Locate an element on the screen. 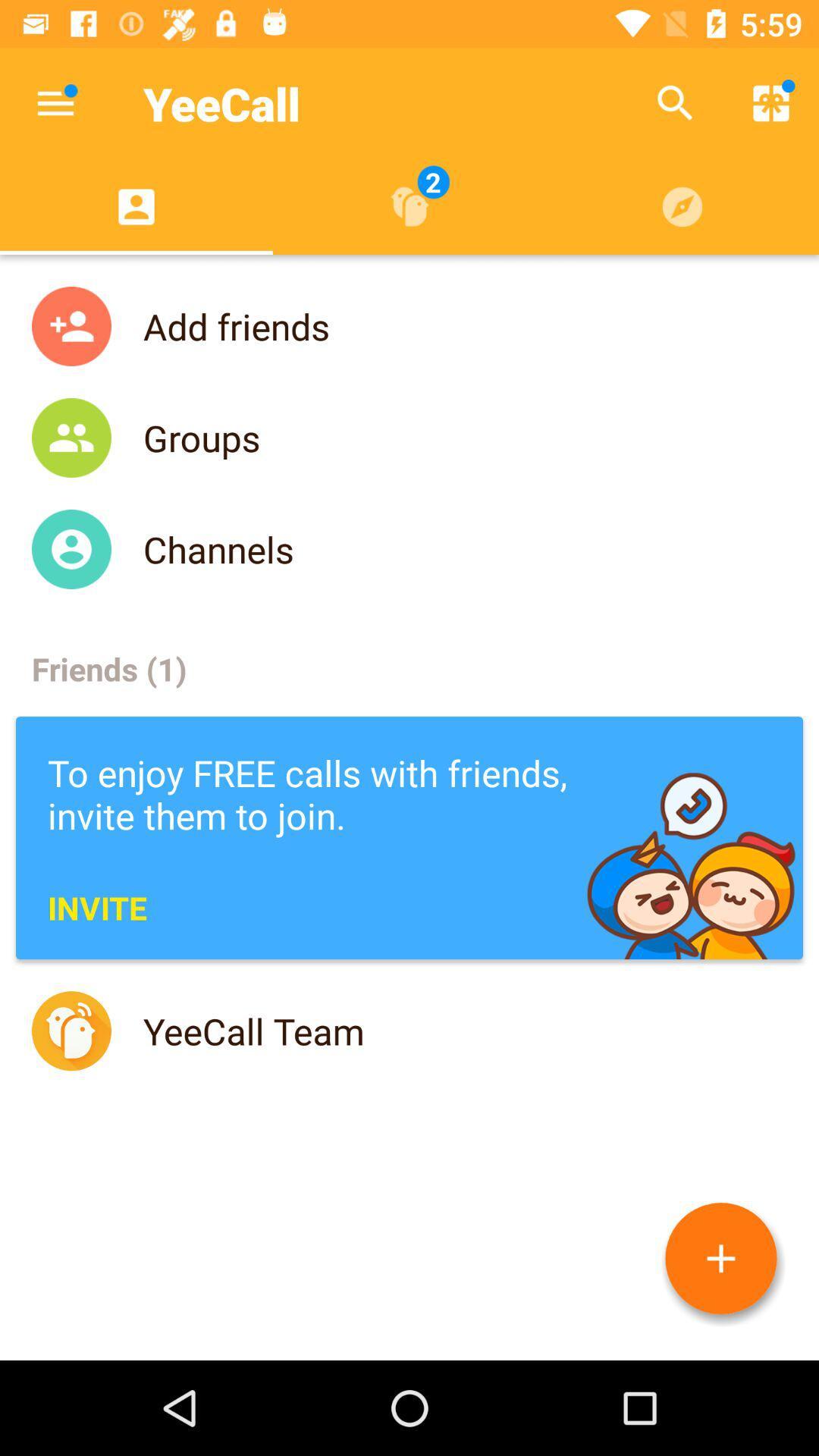 This screenshot has height=1456, width=819. the add icon is located at coordinates (720, 1258).